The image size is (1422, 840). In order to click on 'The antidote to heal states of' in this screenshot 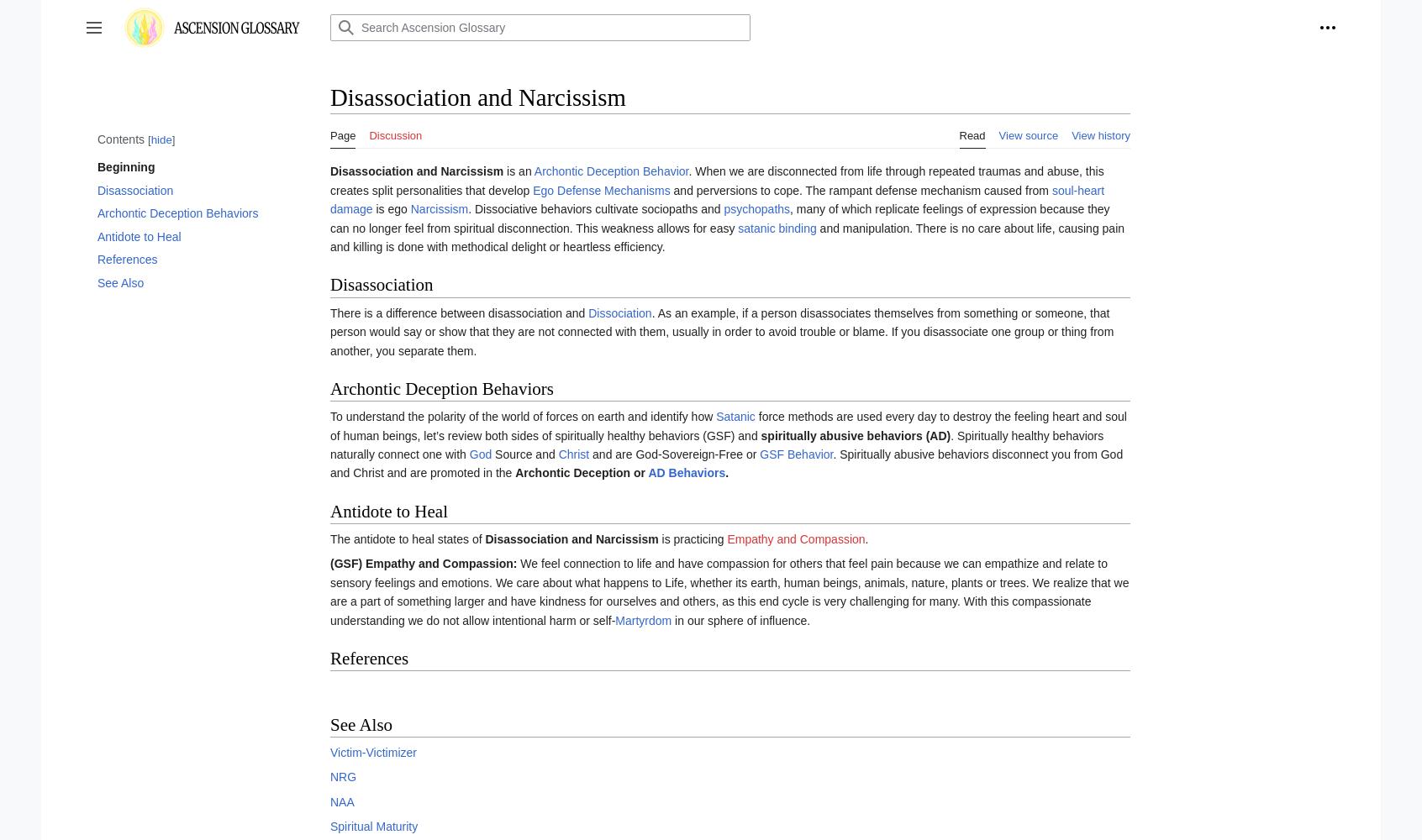, I will do `click(406, 539)`.